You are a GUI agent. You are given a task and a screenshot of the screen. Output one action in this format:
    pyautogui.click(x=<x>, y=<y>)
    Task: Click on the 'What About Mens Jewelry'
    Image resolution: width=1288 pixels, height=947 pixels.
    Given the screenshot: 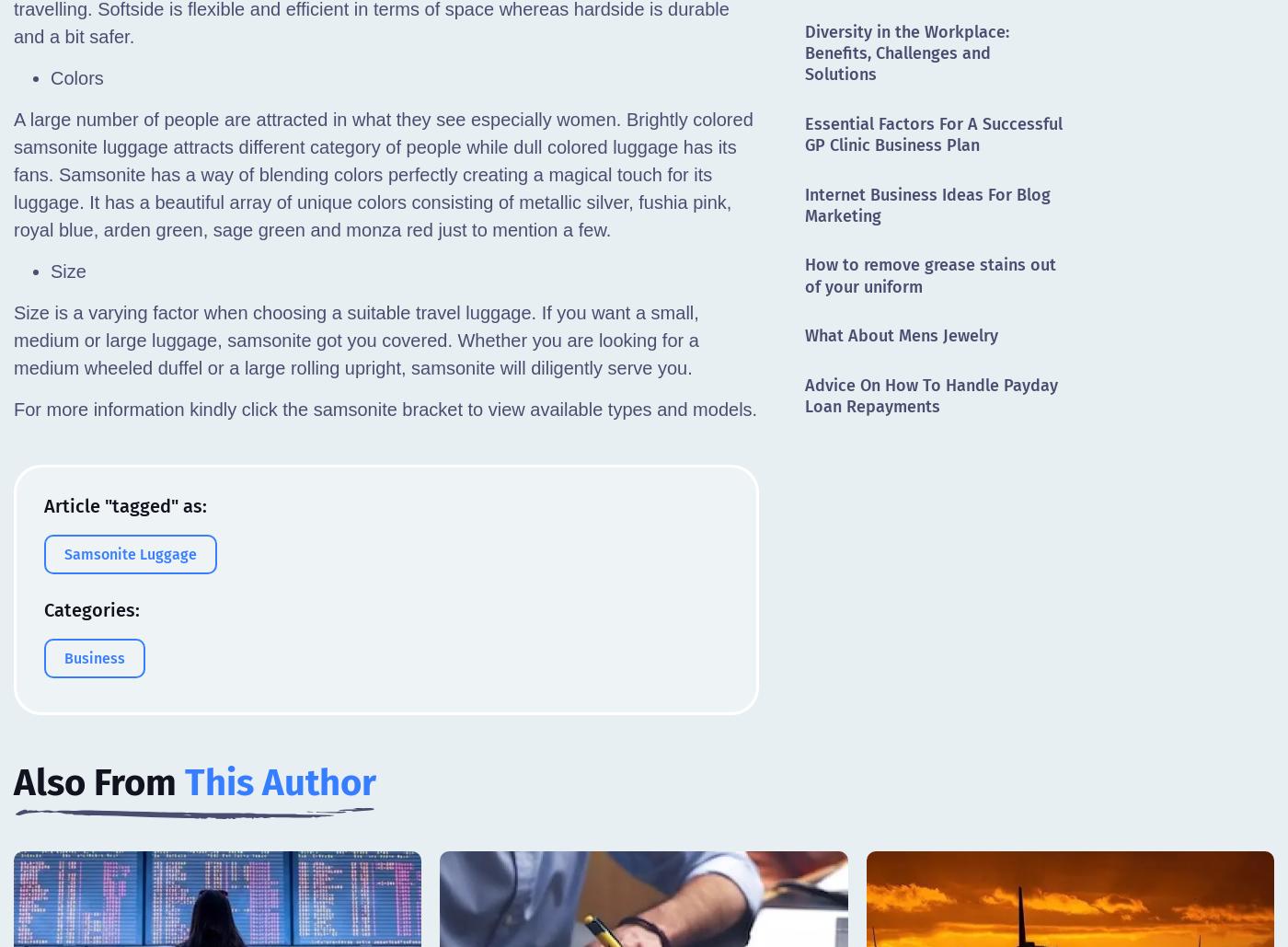 What is the action you would take?
    pyautogui.click(x=805, y=335)
    